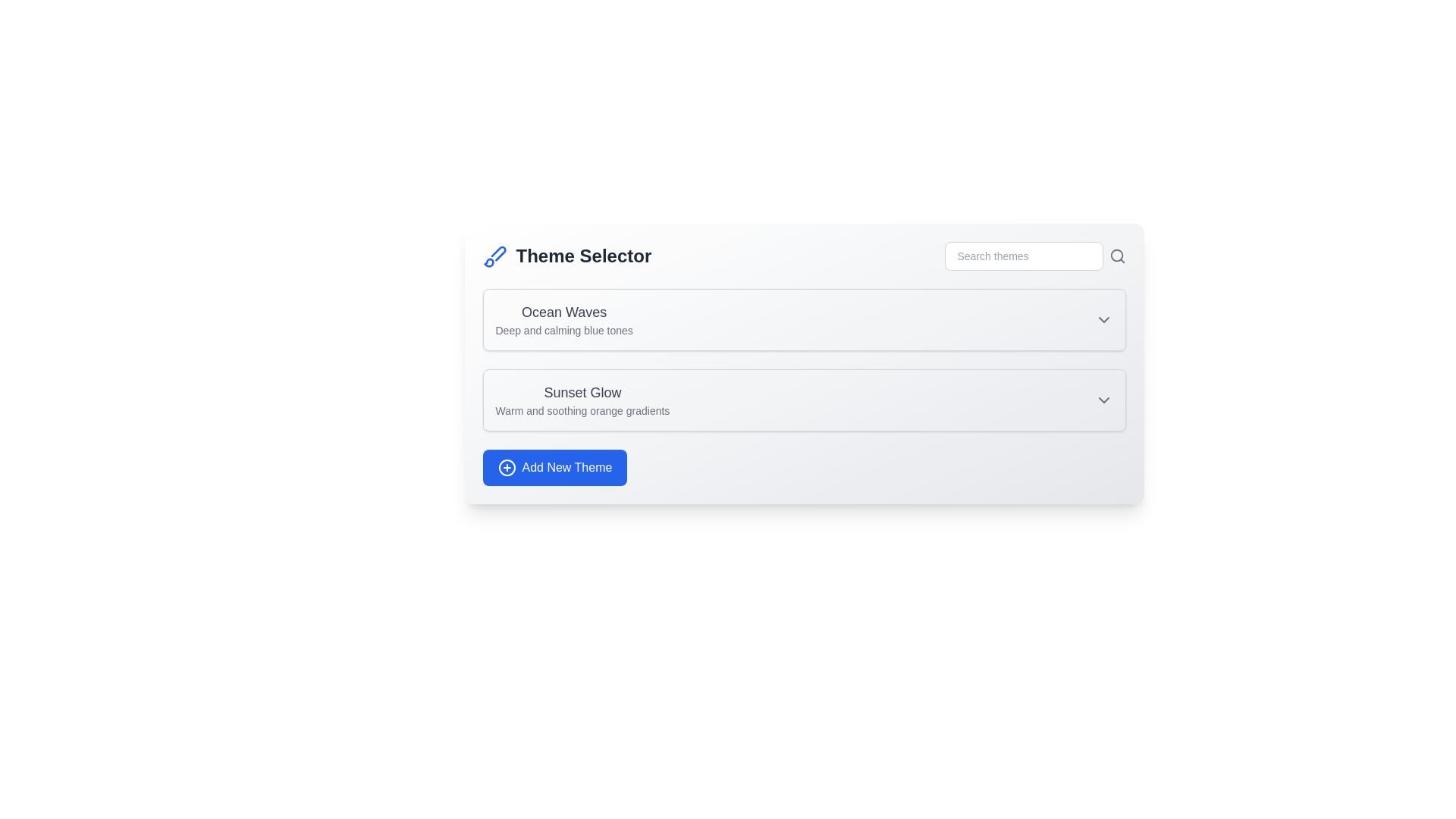 The height and width of the screenshot is (819, 1456). Describe the element at coordinates (1103, 400) in the screenshot. I see `the downward-pointing gray chevron icon for the dropdown toggle located in the 'Sunset Glow' section` at that location.